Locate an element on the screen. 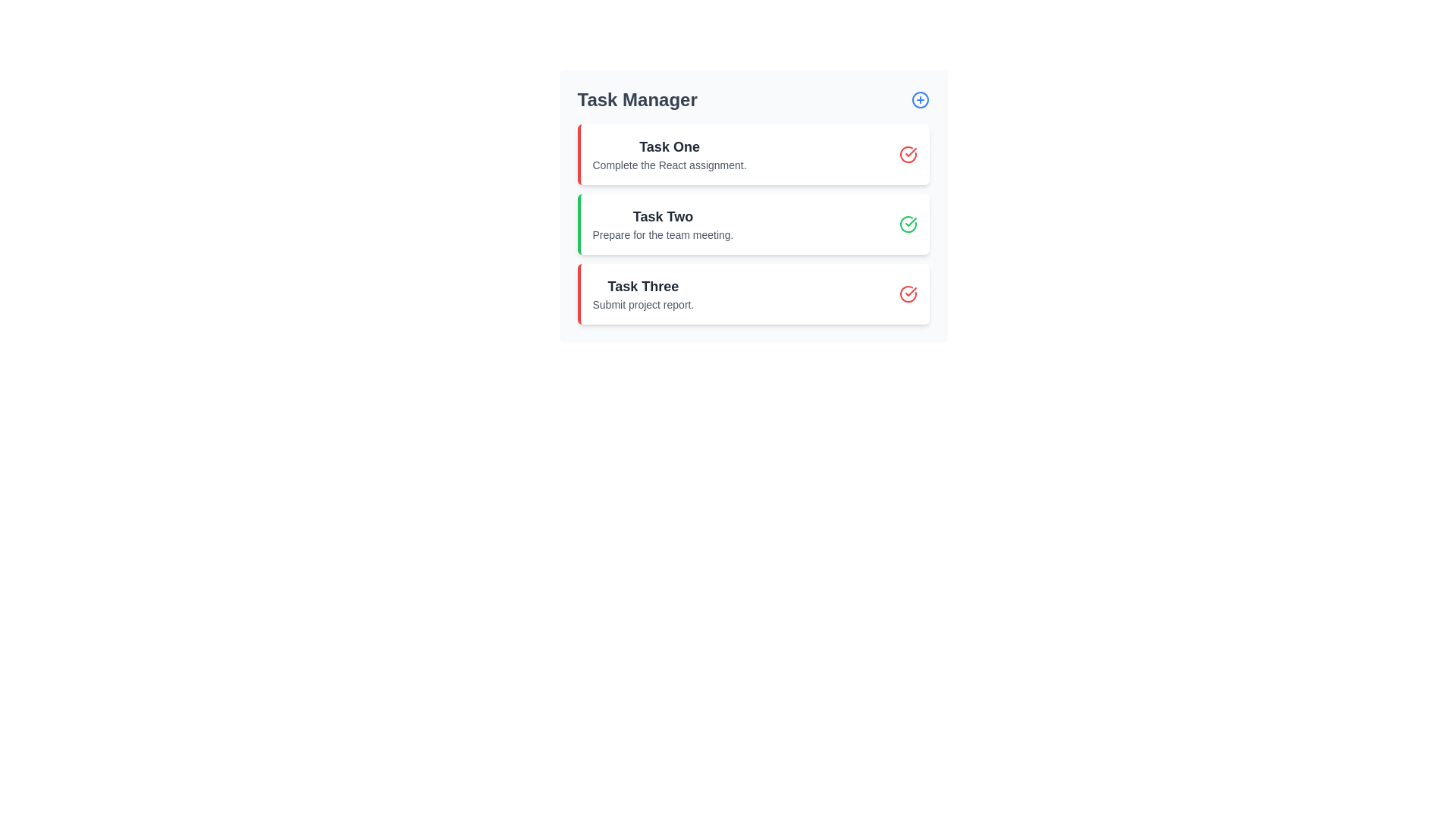 The image size is (1456, 819). the circular graphical component located at the top right of the 'Task Manager' header, which signifies an action such as adding a new item or accessing additional options is located at coordinates (919, 99).